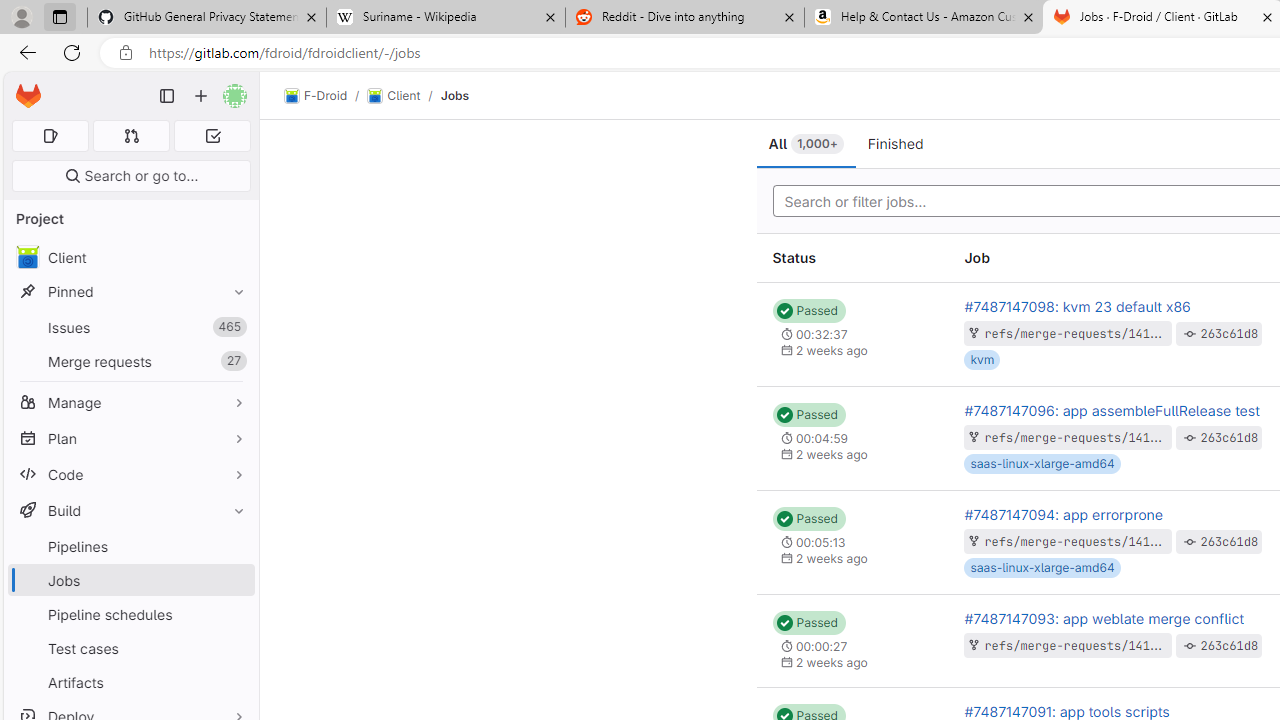 The width and height of the screenshot is (1280, 720). I want to click on 'Pin Jobs', so click(234, 580).